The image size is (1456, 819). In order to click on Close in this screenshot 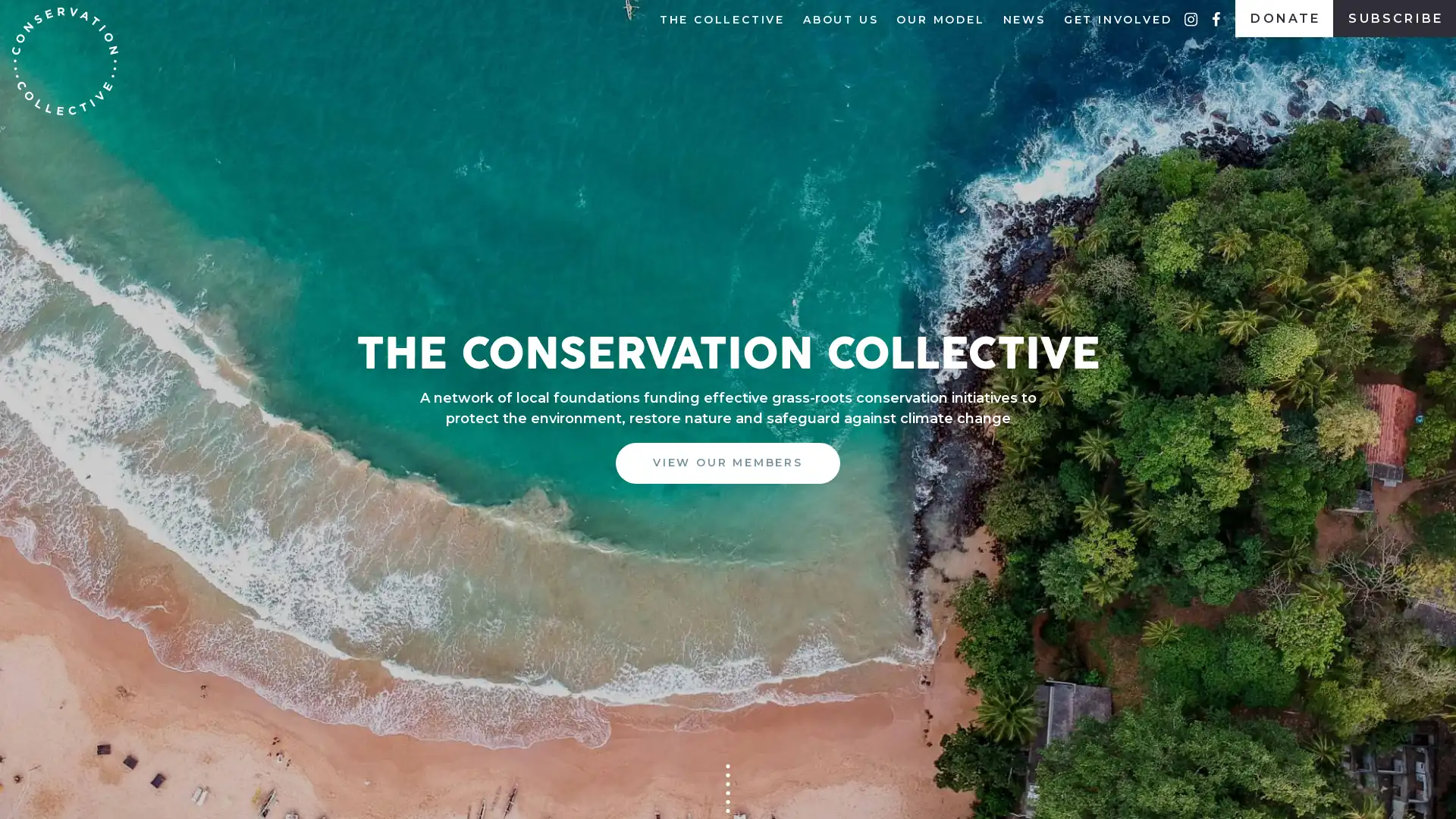, I will do `click(934, 312)`.